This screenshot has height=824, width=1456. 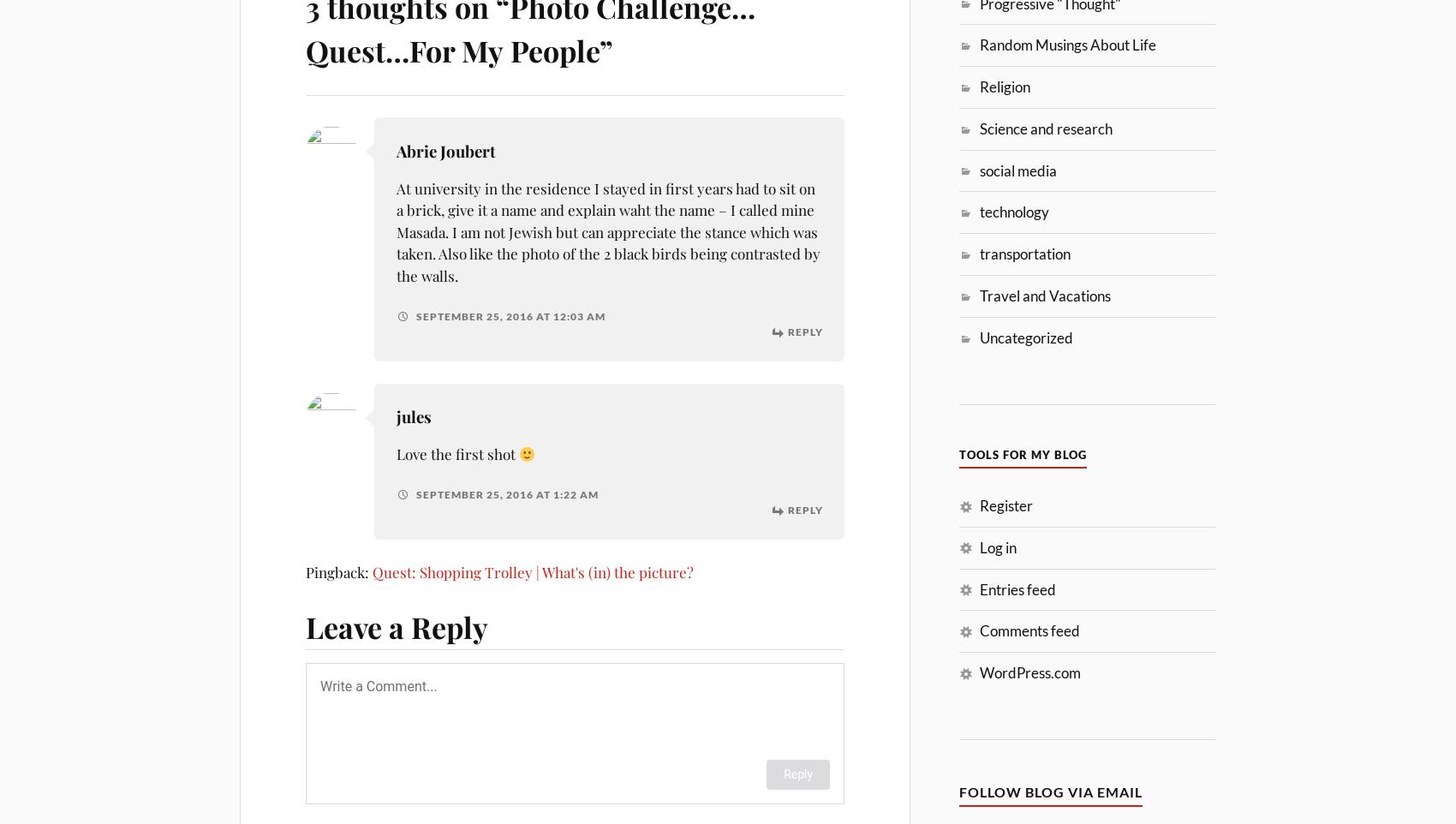 What do you see at coordinates (1066, 45) in the screenshot?
I see `'Random Musings About Life'` at bounding box center [1066, 45].